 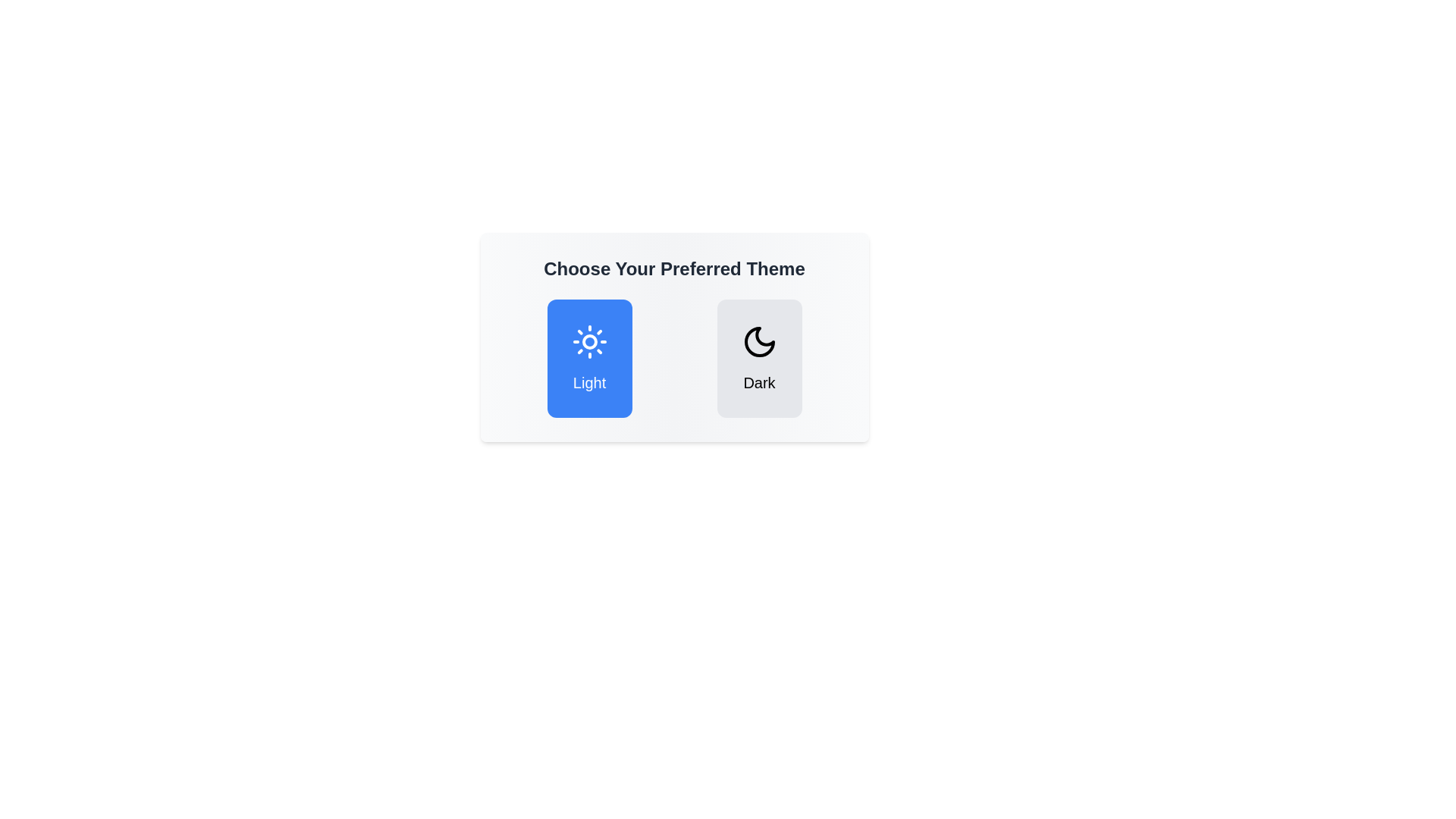 I want to click on the Light button to observe its hover effect, so click(x=588, y=359).